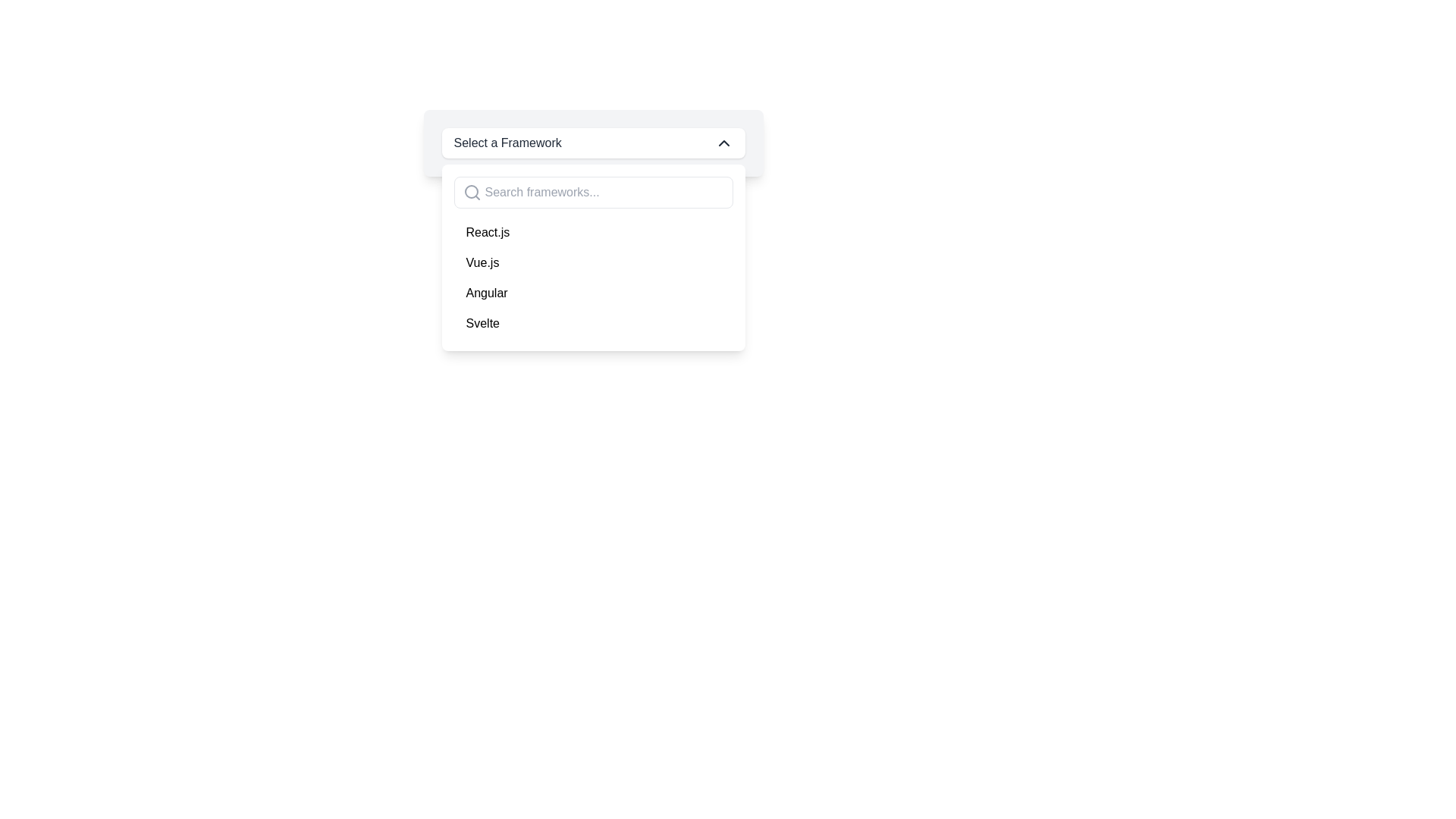  I want to click on to select the 'React.js' option from the dropdown menu, which is the first visible item beneath the search input field labeled 'Select a Framework', so click(592, 233).